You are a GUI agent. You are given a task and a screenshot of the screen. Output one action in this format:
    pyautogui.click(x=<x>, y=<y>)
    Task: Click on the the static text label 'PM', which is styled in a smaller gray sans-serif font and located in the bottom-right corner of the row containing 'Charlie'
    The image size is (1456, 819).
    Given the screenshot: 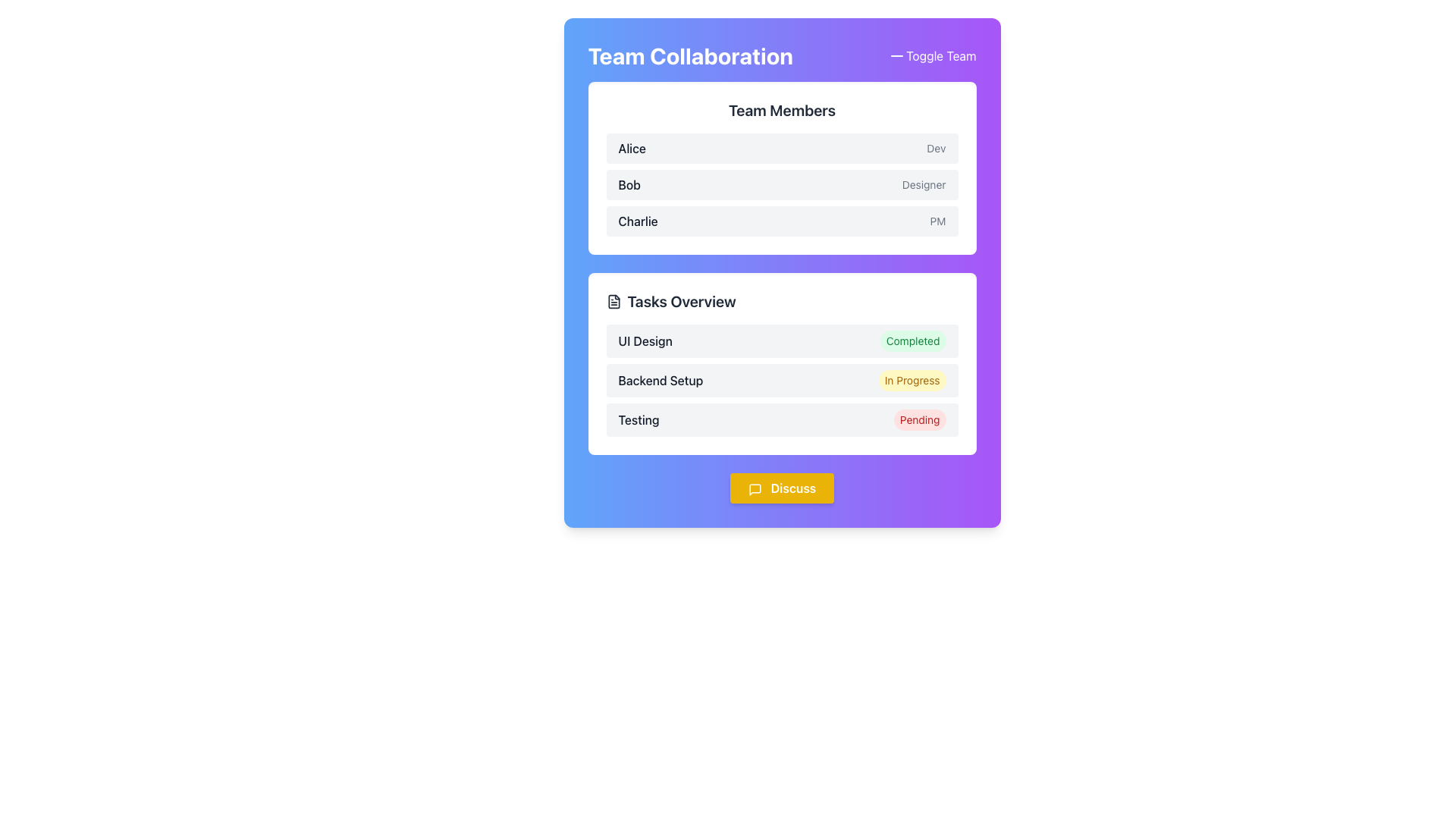 What is the action you would take?
    pyautogui.click(x=937, y=221)
    